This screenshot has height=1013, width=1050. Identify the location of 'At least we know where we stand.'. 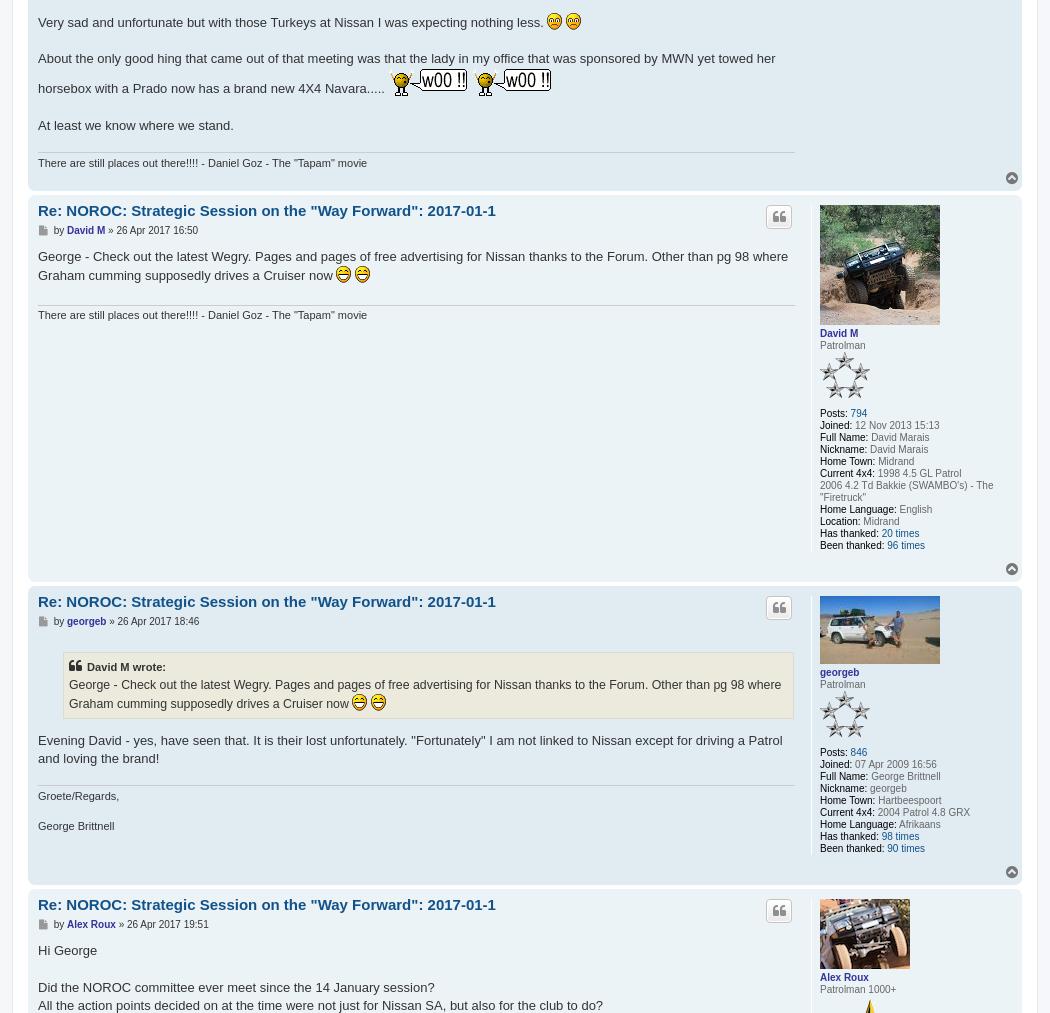
(134, 124).